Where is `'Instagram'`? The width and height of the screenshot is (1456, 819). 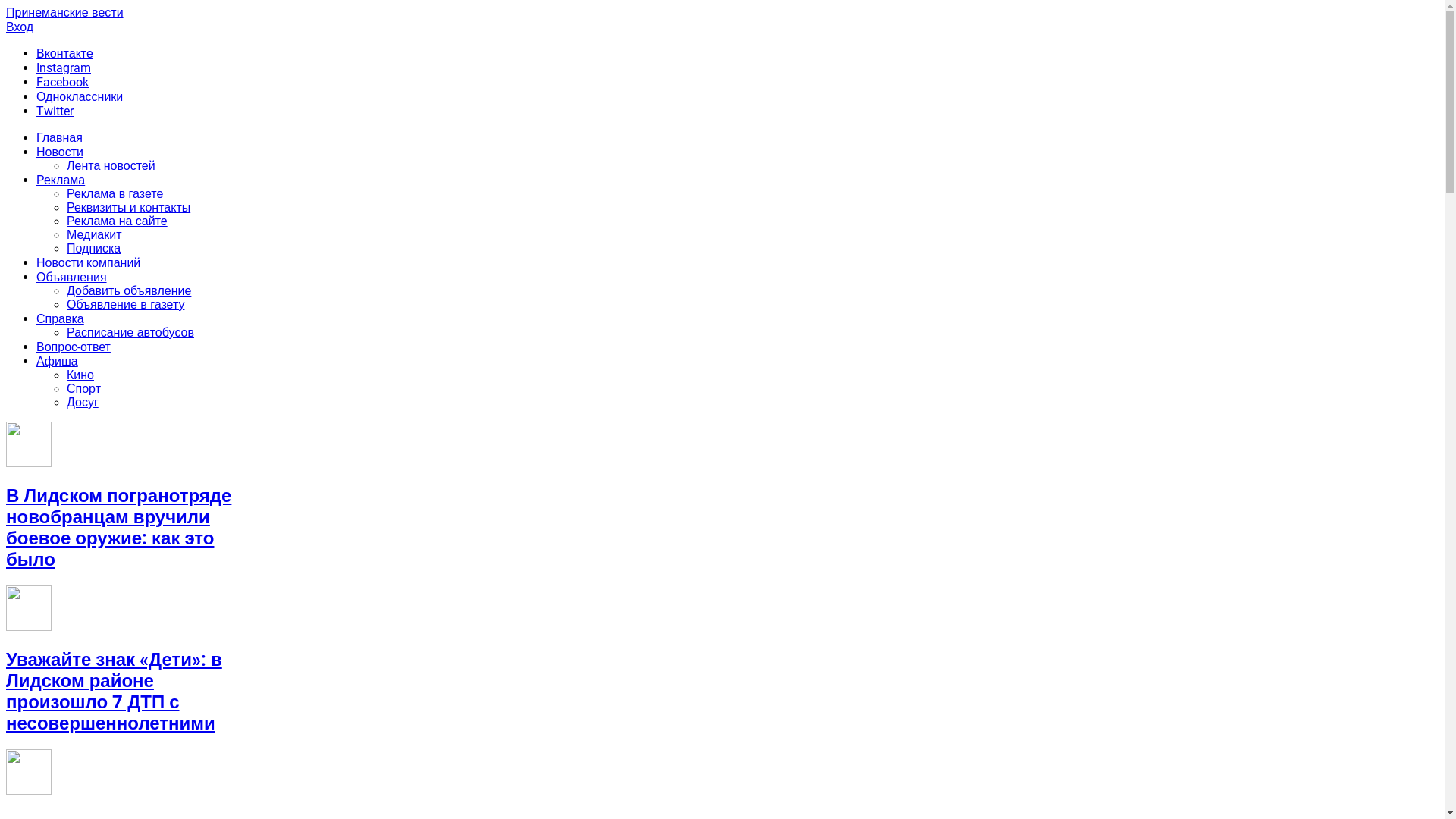
'Instagram' is located at coordinates (62, 67).